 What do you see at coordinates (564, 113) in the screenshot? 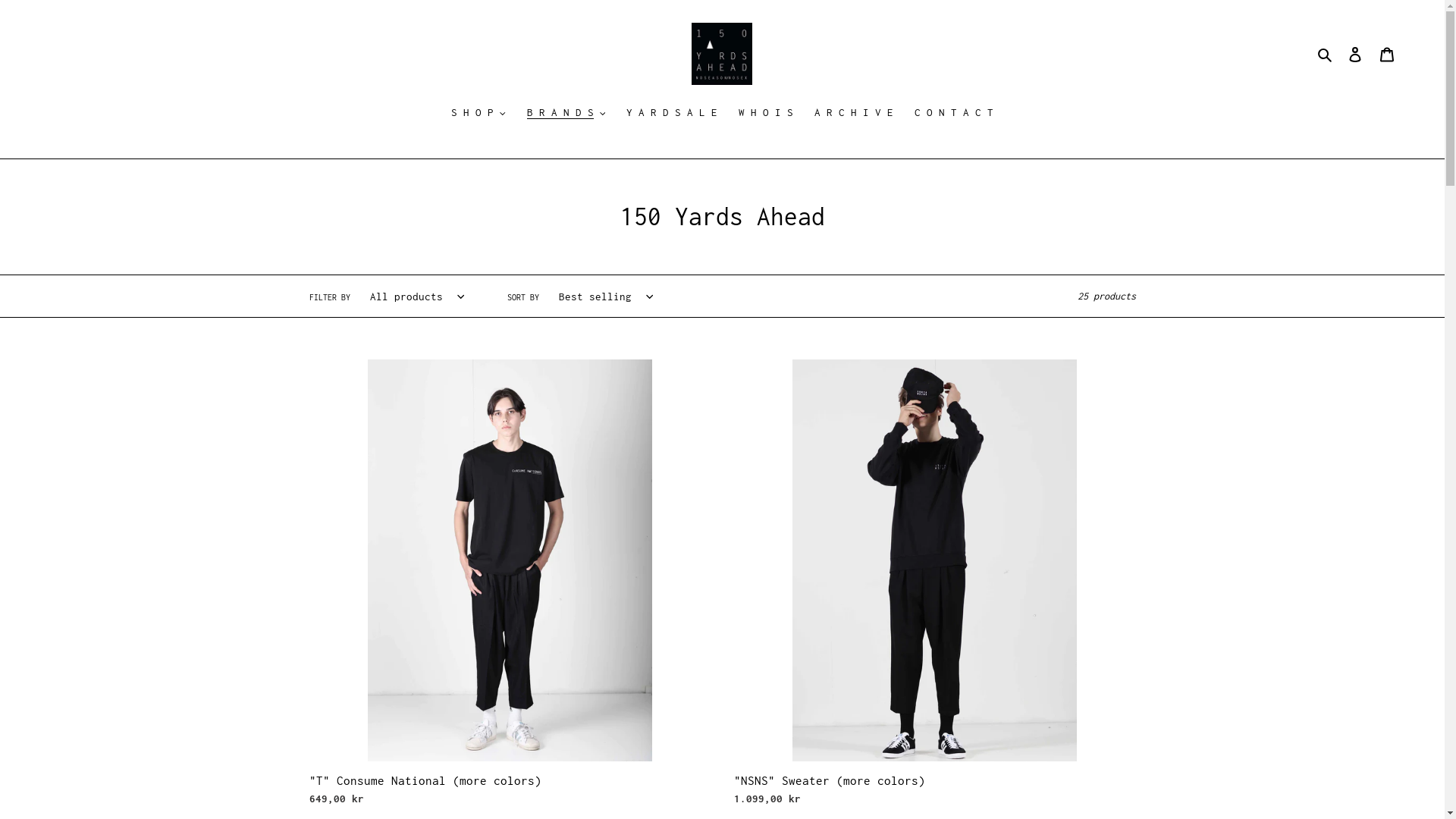
I see `'B R A N D S'` at bounding box center [564, 113].